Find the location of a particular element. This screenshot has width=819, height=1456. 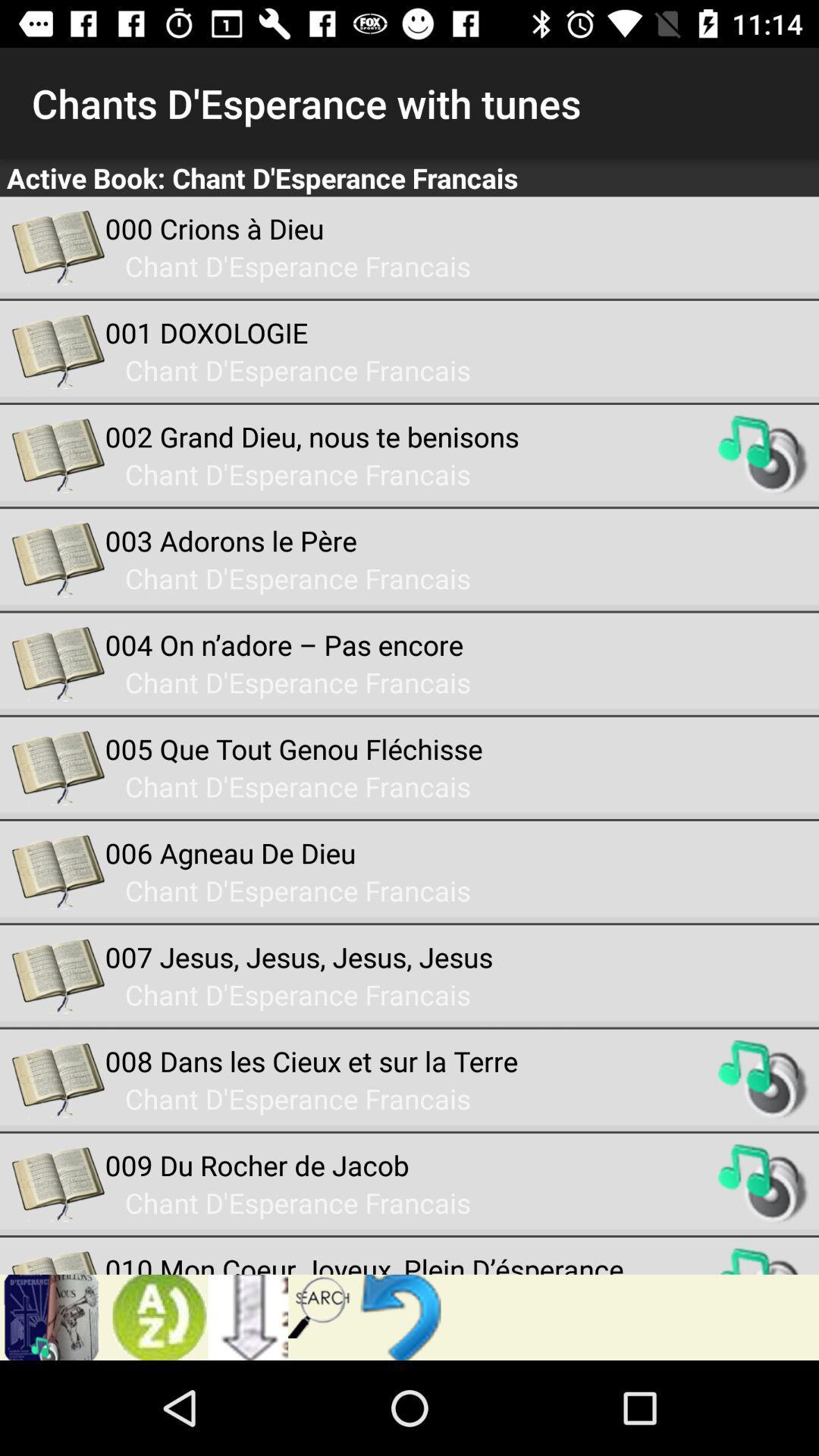

icon below the 010 mon coeur app is located at coordinates (319, 1305).